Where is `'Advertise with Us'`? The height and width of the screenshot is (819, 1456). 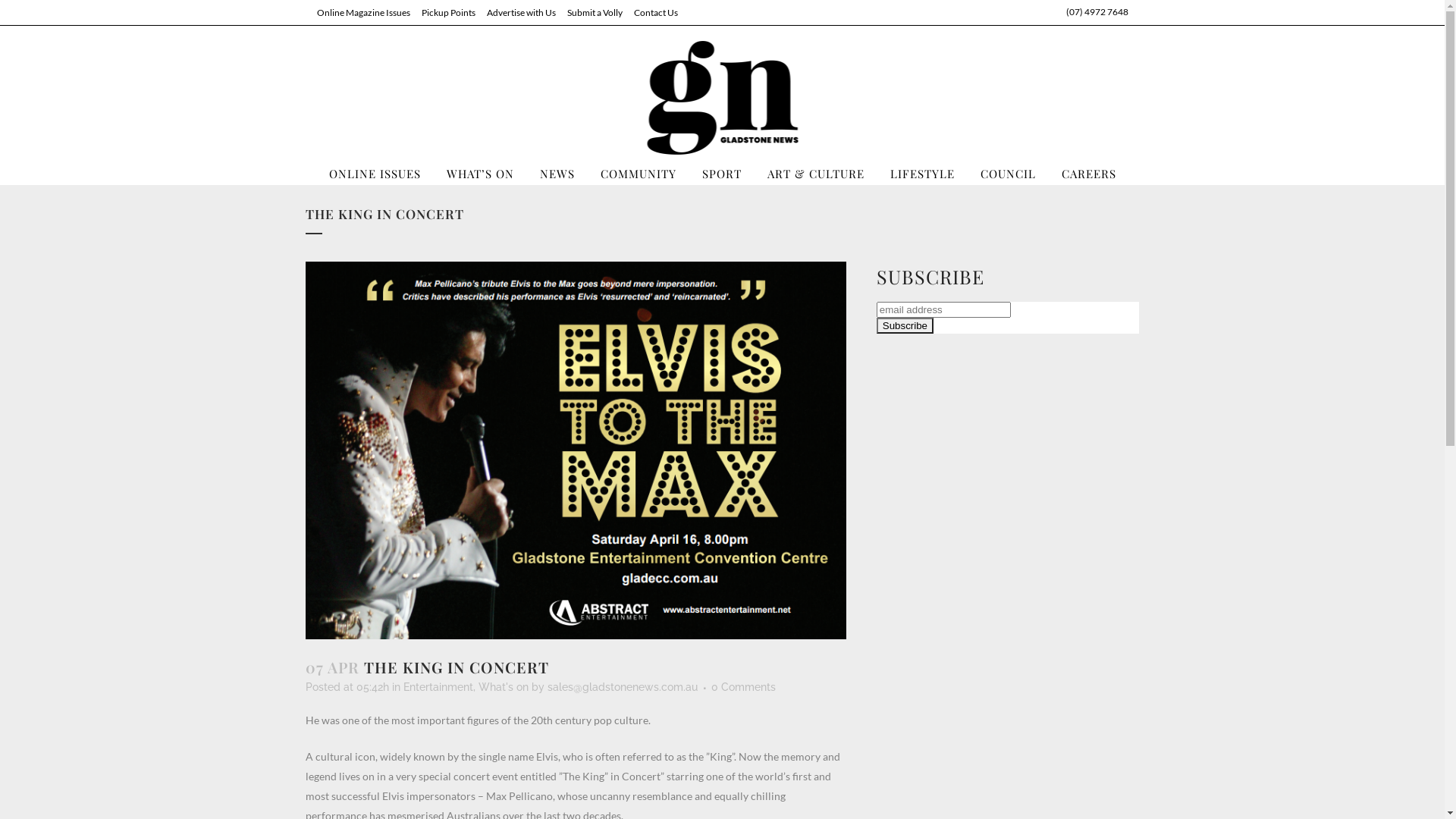 'Advertise with Us' is located at coordinates (514, 12).